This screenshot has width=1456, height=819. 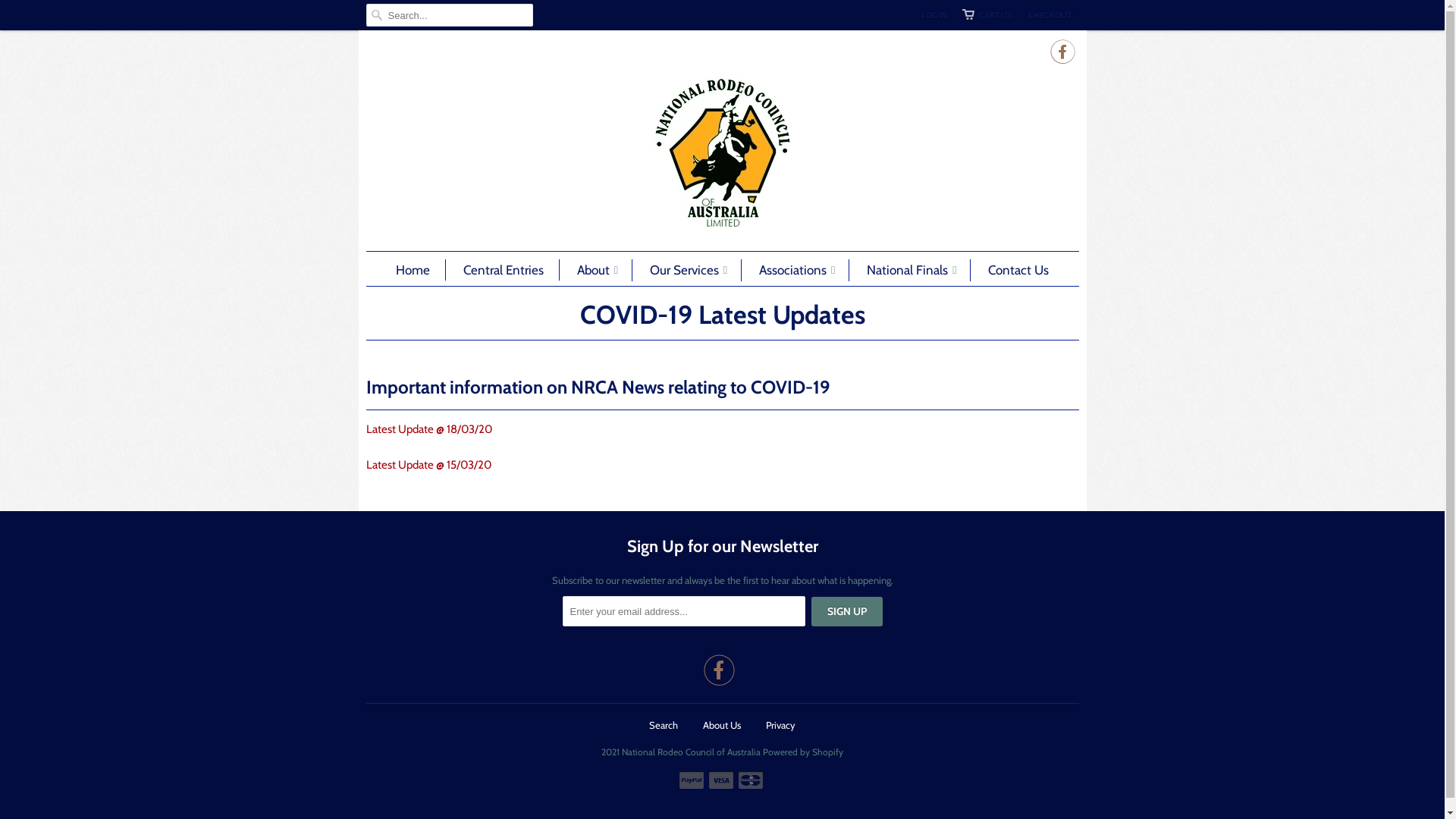 I want to click on 'Contact Us', so click(x=1018, y=268).